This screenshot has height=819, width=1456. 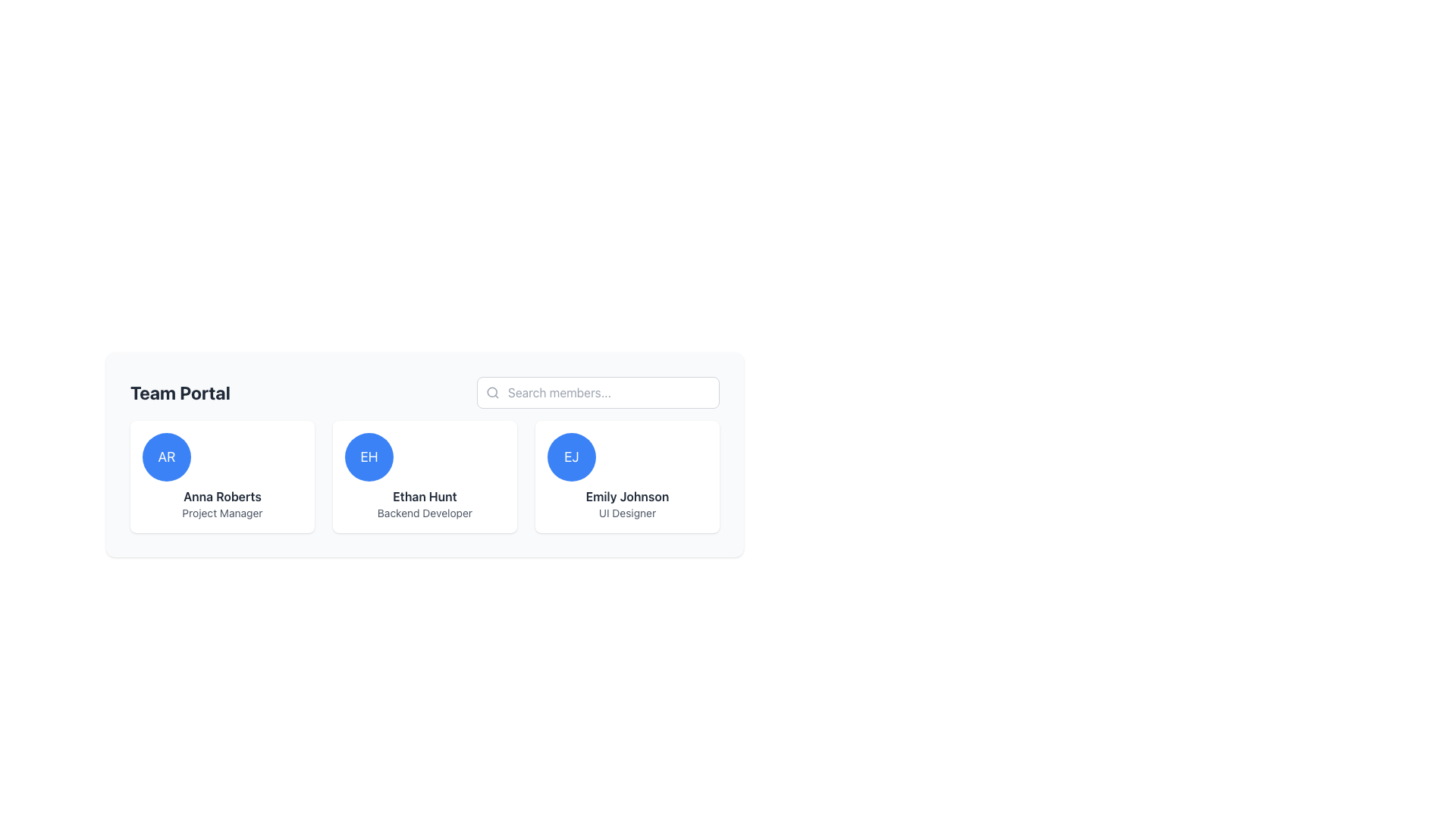 I want to click on the search icon located in the upper-right search field of the card UI, which signifies the search functionality, so click(x=492, y=391).